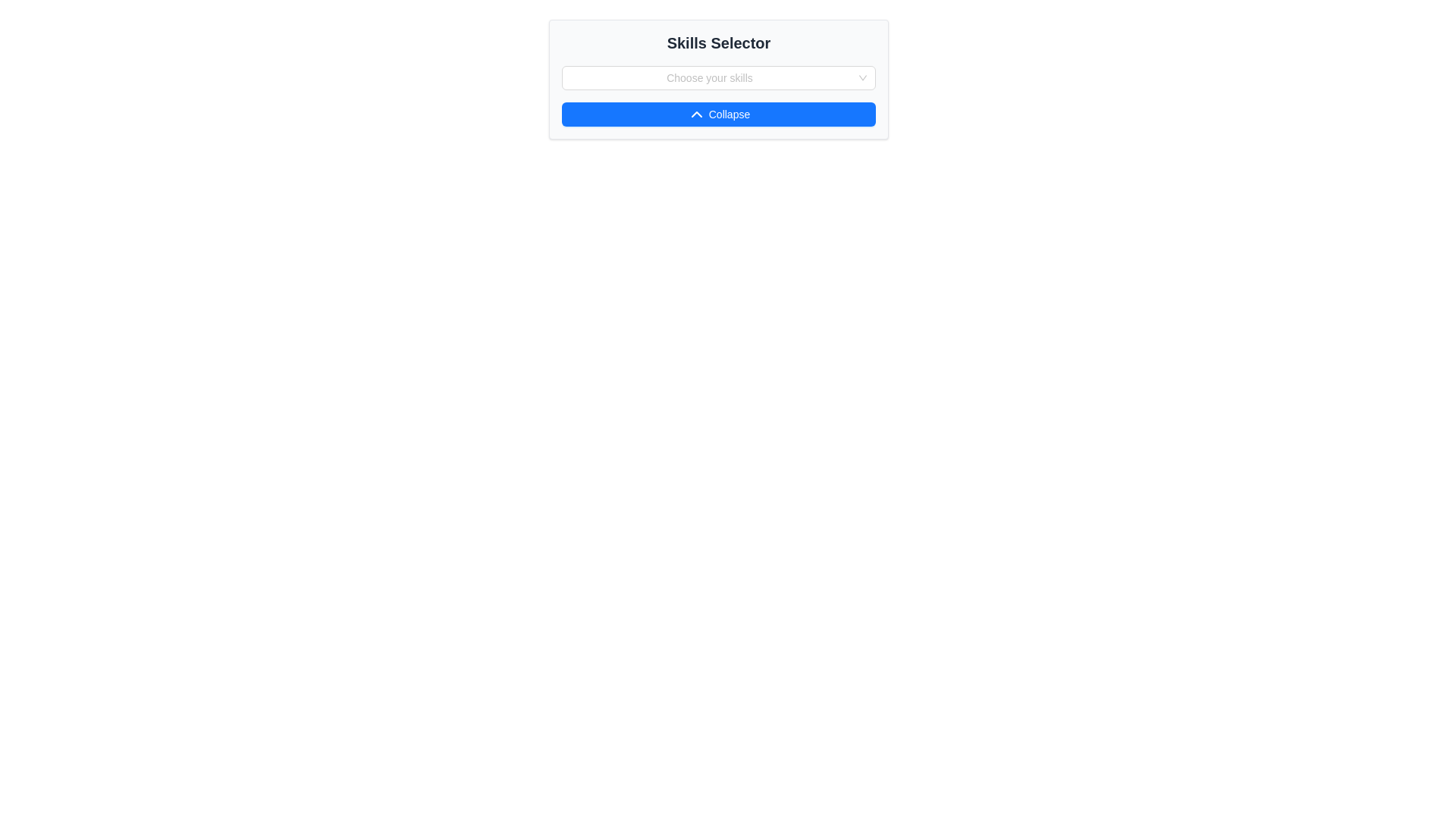 The width and height of the screenshot is (1456, 819). I want to click on the non-interactive visual placeholder next to the dropdown control in the skills selection panel labeled 'Choose your skills', so click(568, 78).